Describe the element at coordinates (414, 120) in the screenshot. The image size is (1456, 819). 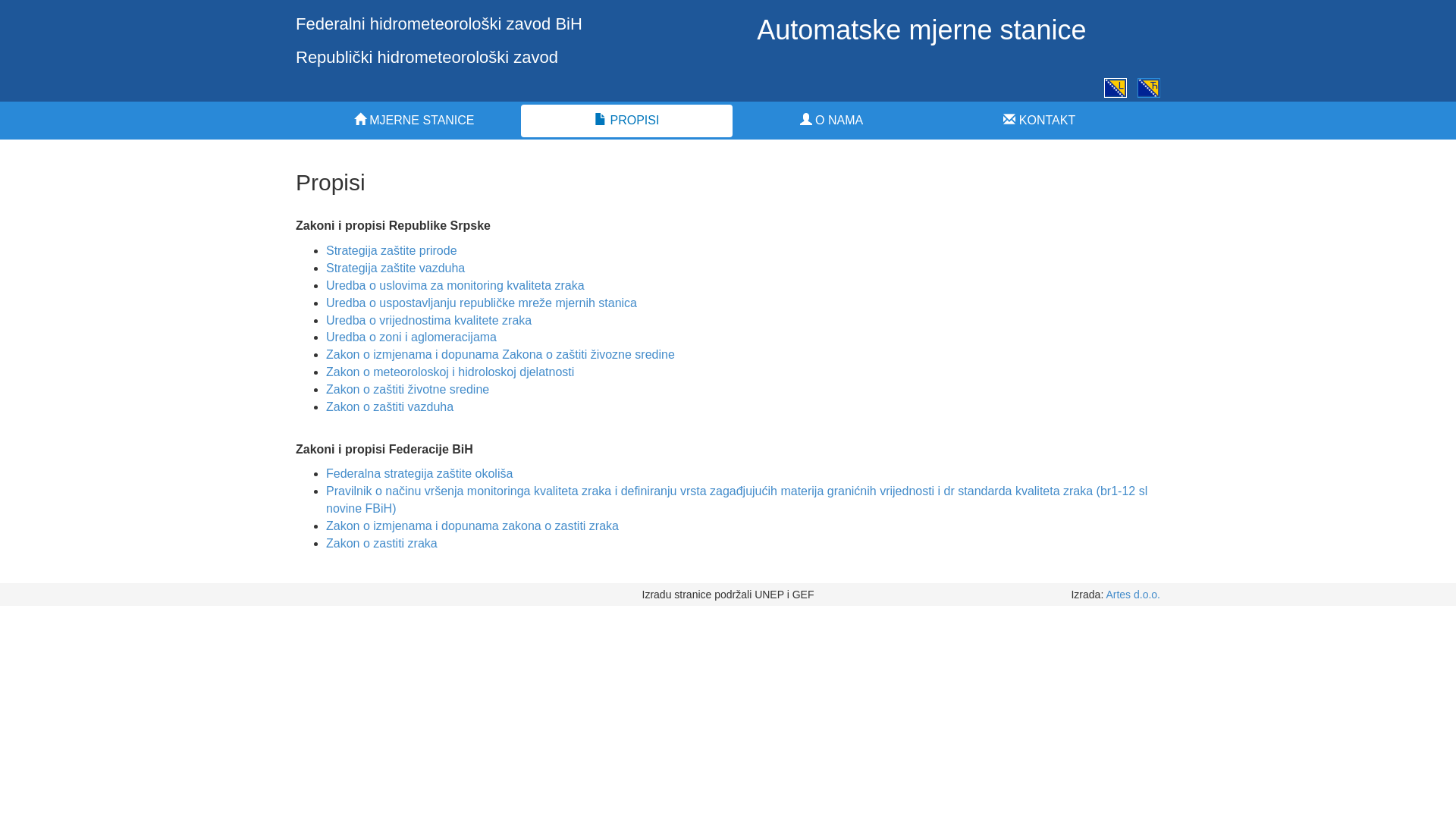
I see `'MJERNE STANICE'` at that location.